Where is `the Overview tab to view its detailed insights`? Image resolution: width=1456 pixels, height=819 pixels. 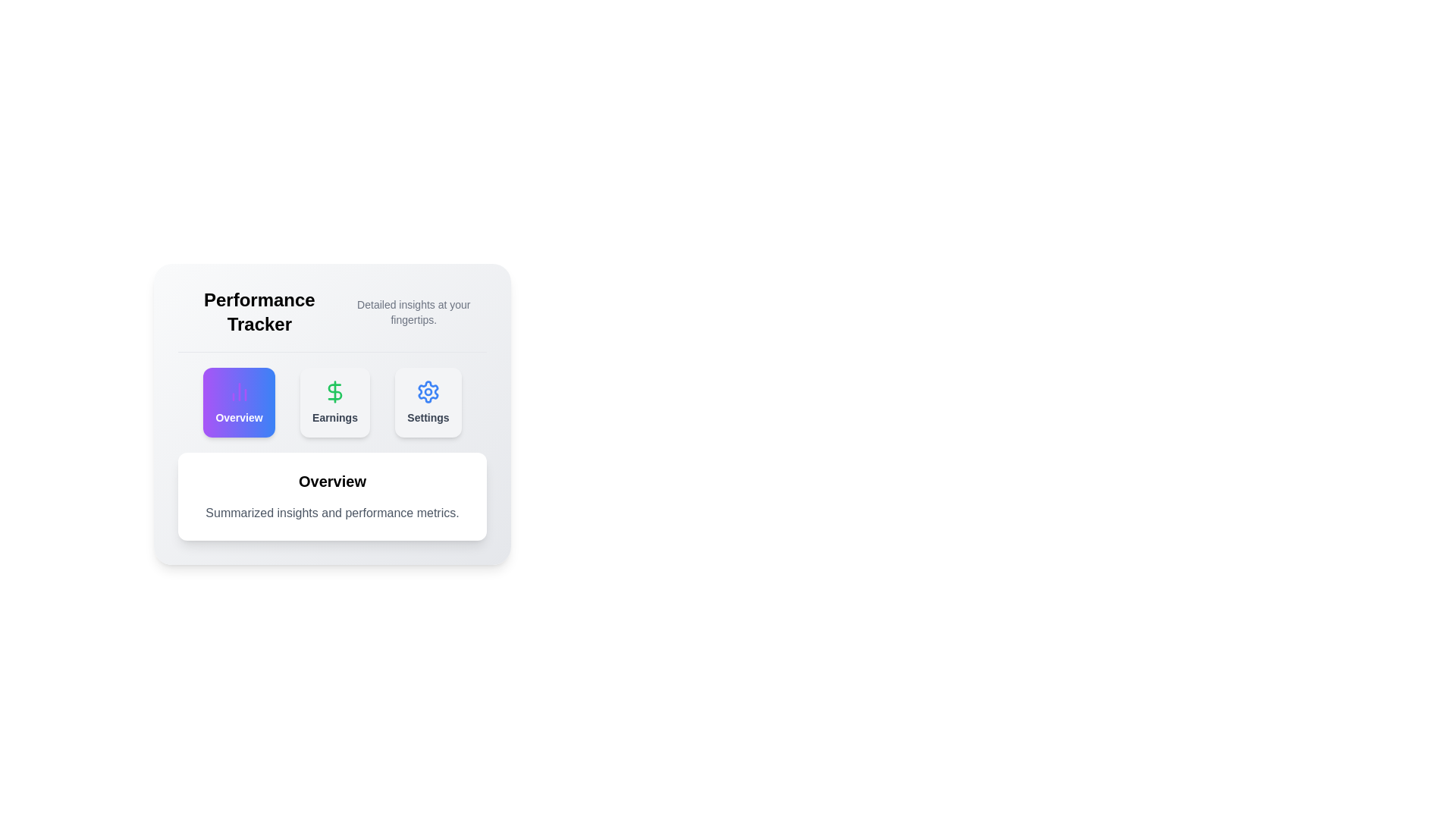
the Overview tab to view its detailed insights is located at coordinates (238, 402).